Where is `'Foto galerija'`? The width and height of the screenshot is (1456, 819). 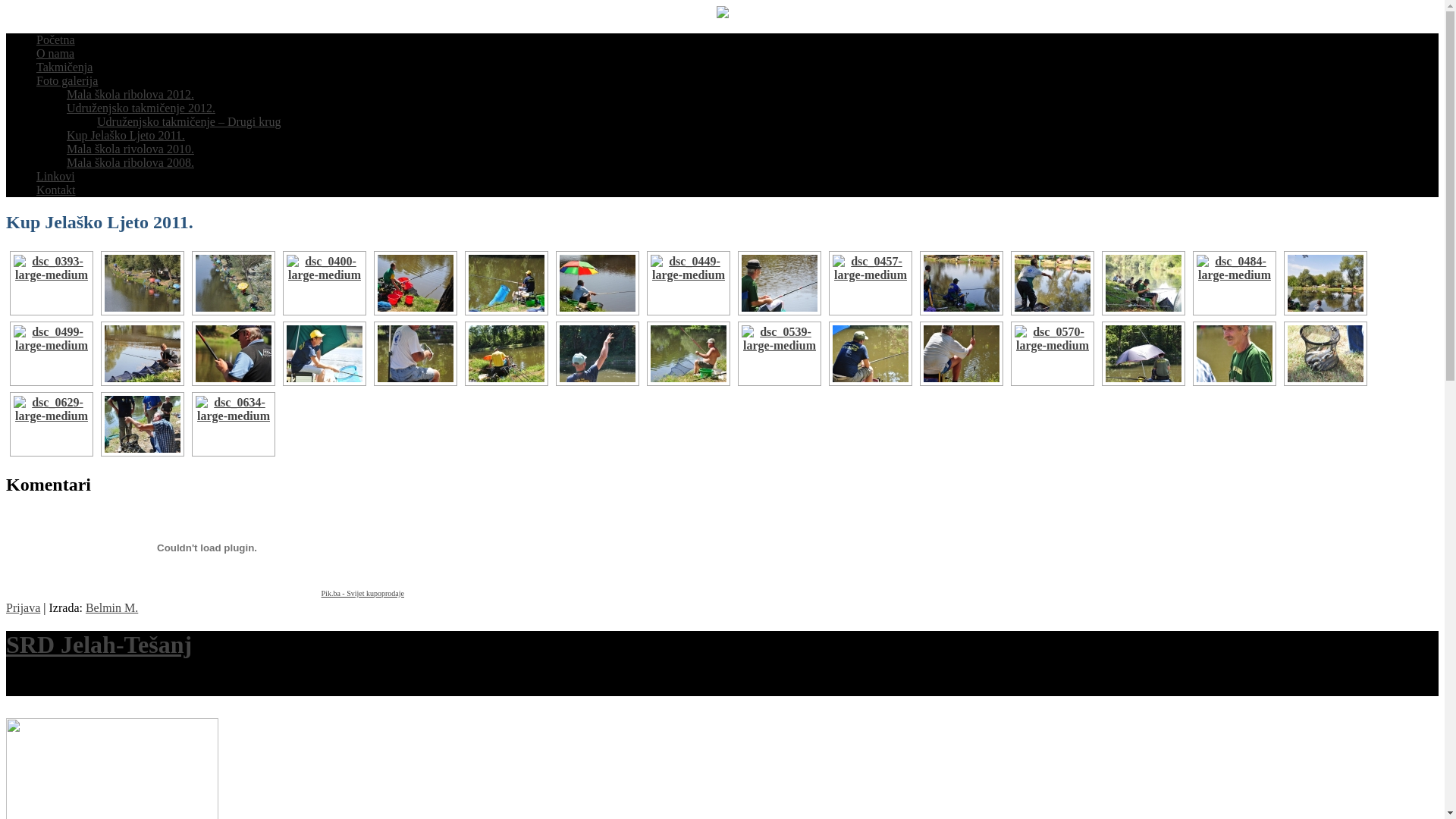 'Foto galerija' is located at coordinates (66, 80).